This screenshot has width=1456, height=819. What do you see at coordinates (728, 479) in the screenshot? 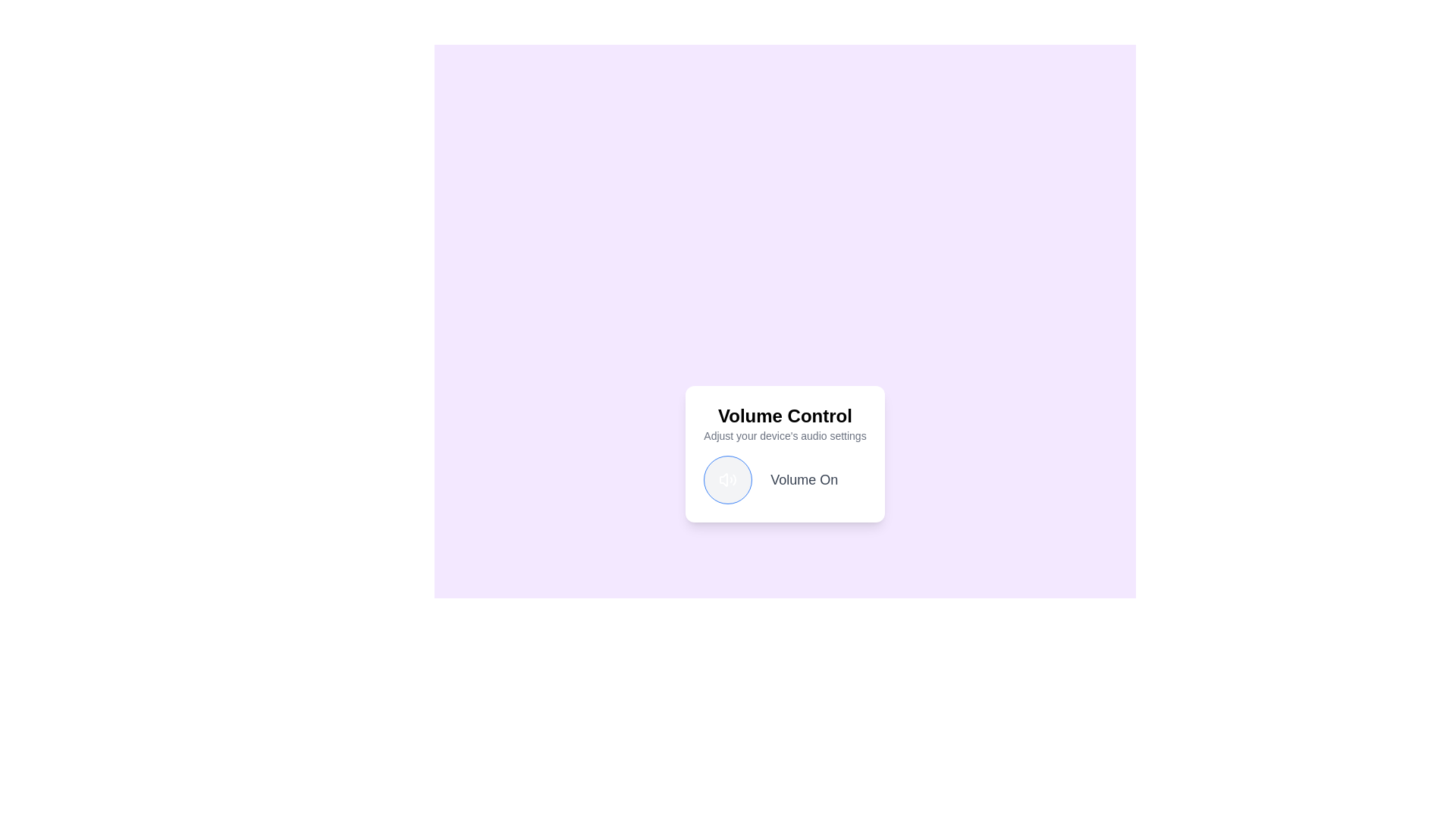
I see `the volume toggle button to change its state` at bounding box center [728, 479].